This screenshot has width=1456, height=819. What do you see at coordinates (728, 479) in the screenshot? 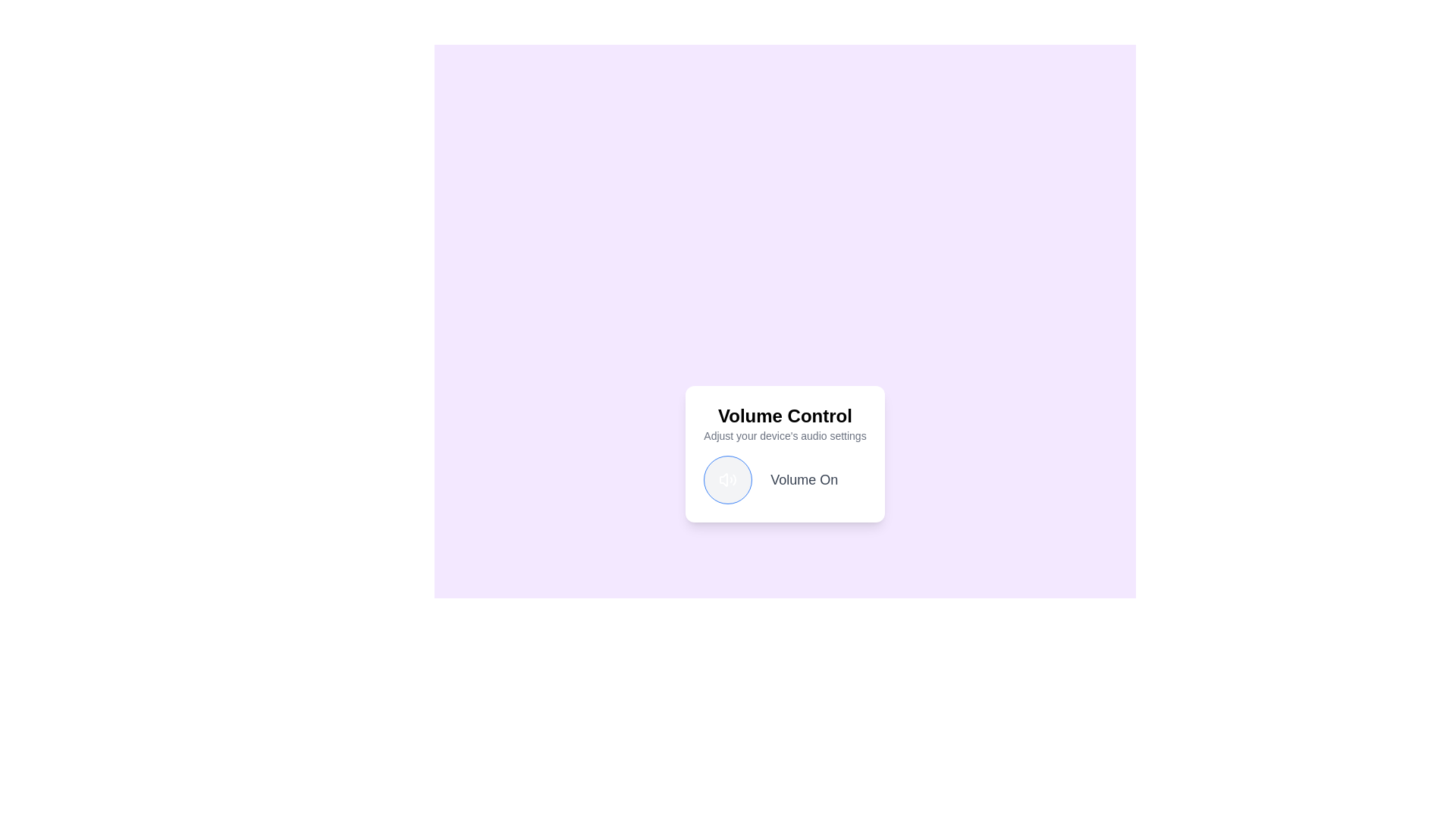
I see `the volume toggle button to change its state` at bounding box center [728, 479].